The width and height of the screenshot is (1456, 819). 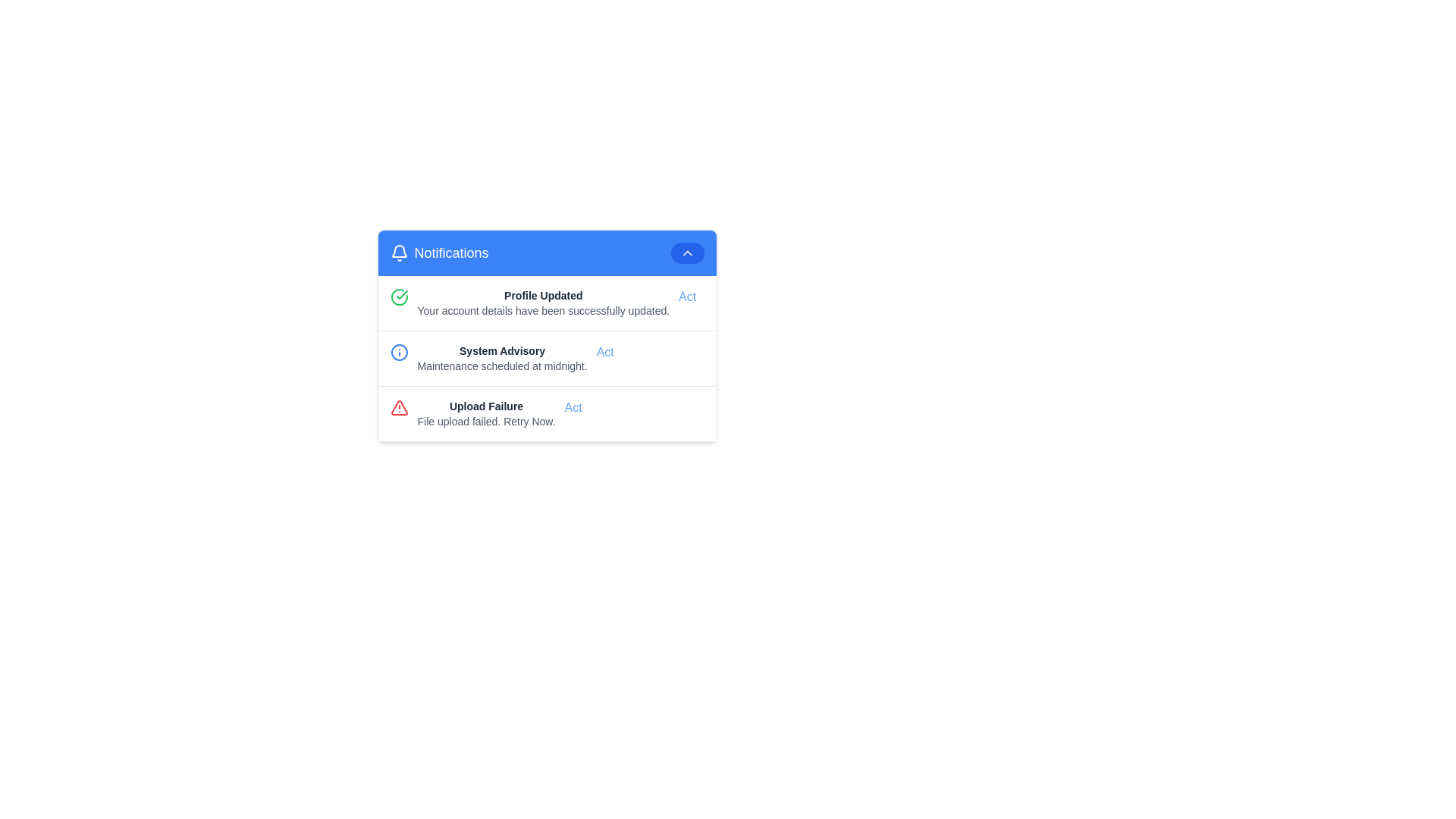 What do you see at coordinates (486, 421) in the screenshot?
I see `the status message indicating a failed file upload located within the notification card, immediately below the bold text 'Upload Failure'` at bounding box center [486, 421].